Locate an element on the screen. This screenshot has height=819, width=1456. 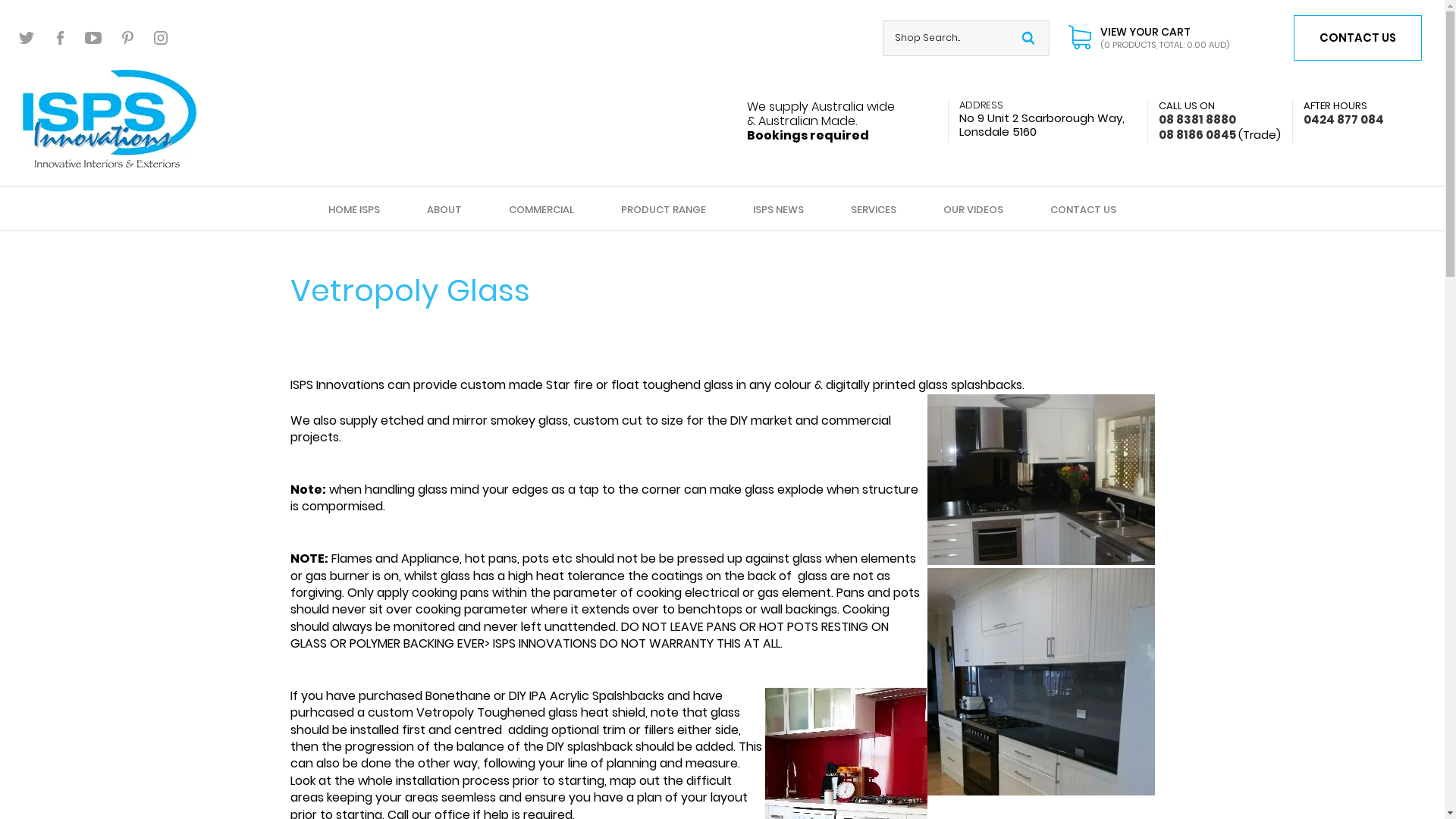
'CONTACT US' is located at coordinates (1292, 37).